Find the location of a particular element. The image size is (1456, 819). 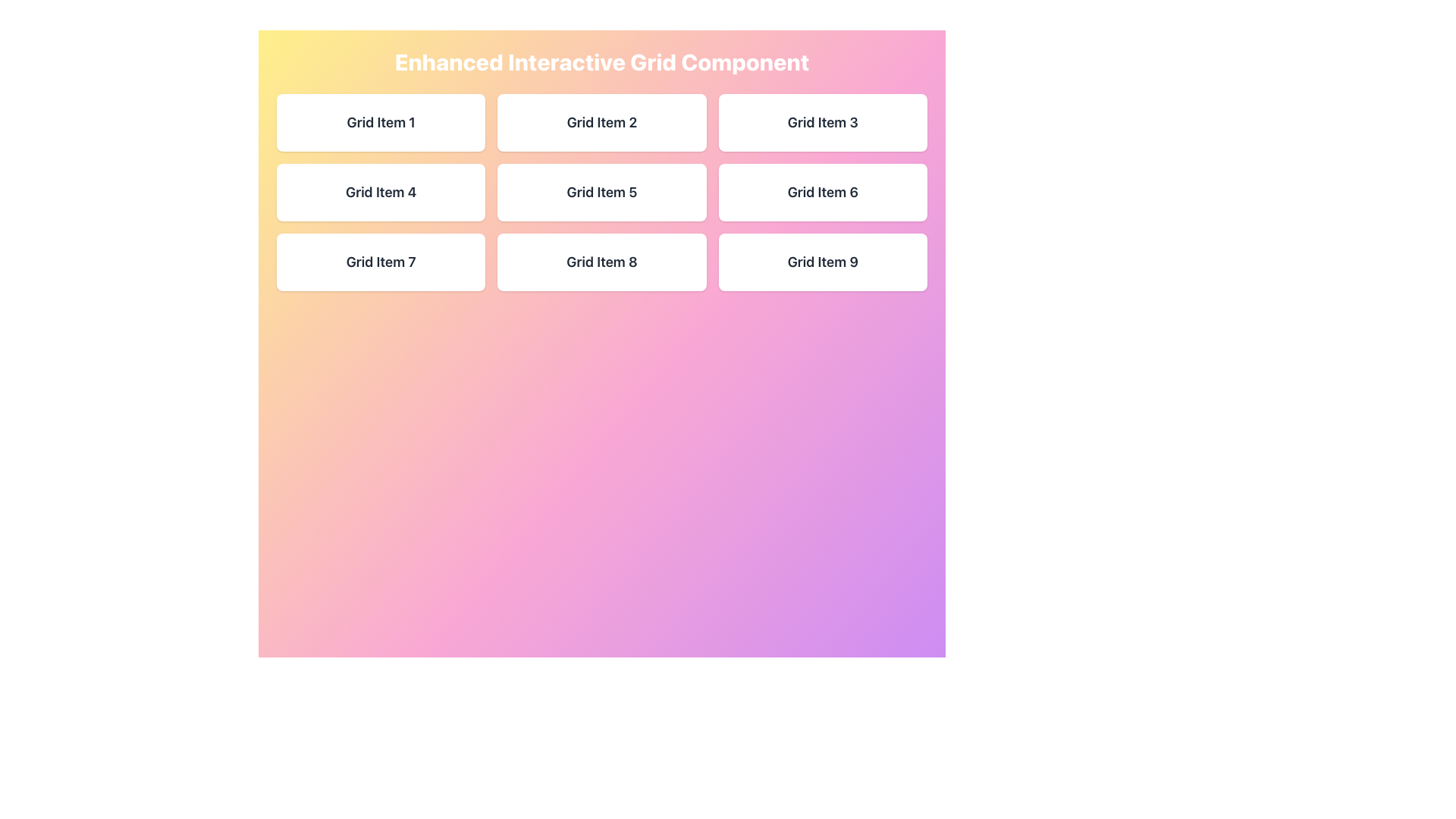

keyboard navigation is located at coordinates (822, 122).